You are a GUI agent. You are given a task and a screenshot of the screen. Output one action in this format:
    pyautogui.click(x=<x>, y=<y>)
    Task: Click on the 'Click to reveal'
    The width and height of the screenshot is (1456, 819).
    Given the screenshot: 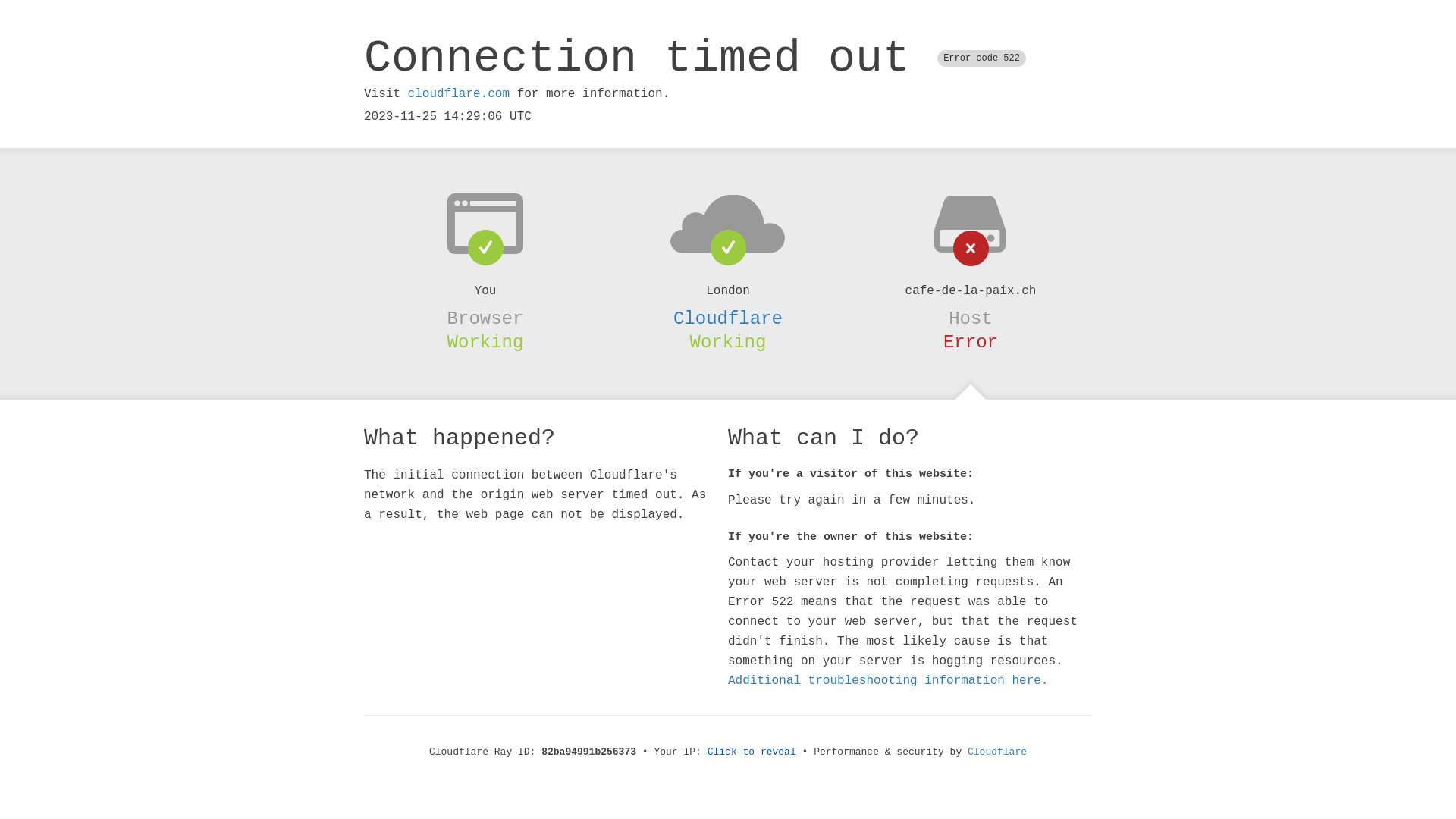 What is the action you would take?
    pyautogui.click(x=752, y=752)
    